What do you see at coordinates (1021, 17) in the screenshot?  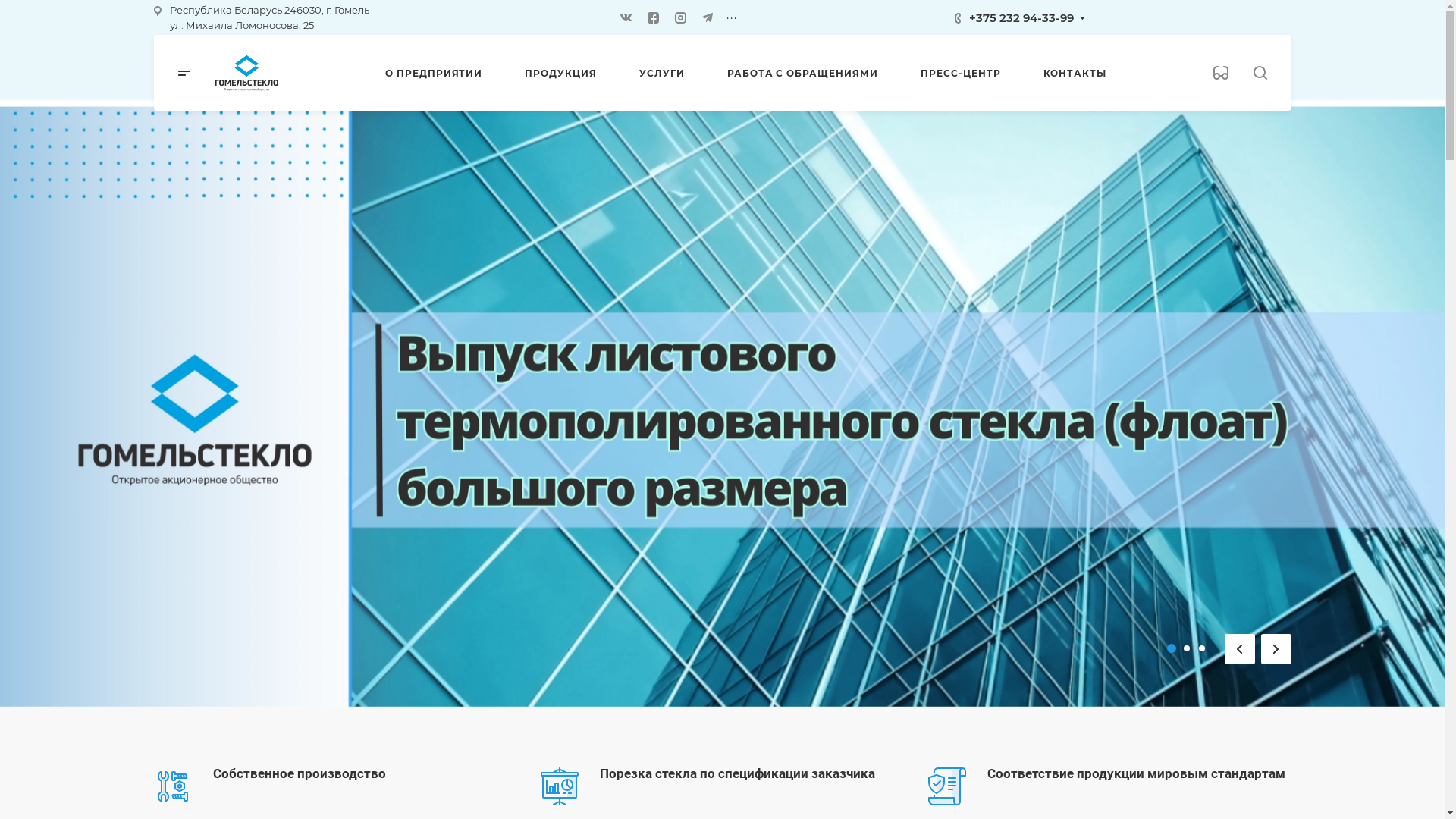 I see `'+375 232 94-33-99'` at bounding box center [1021, 17].